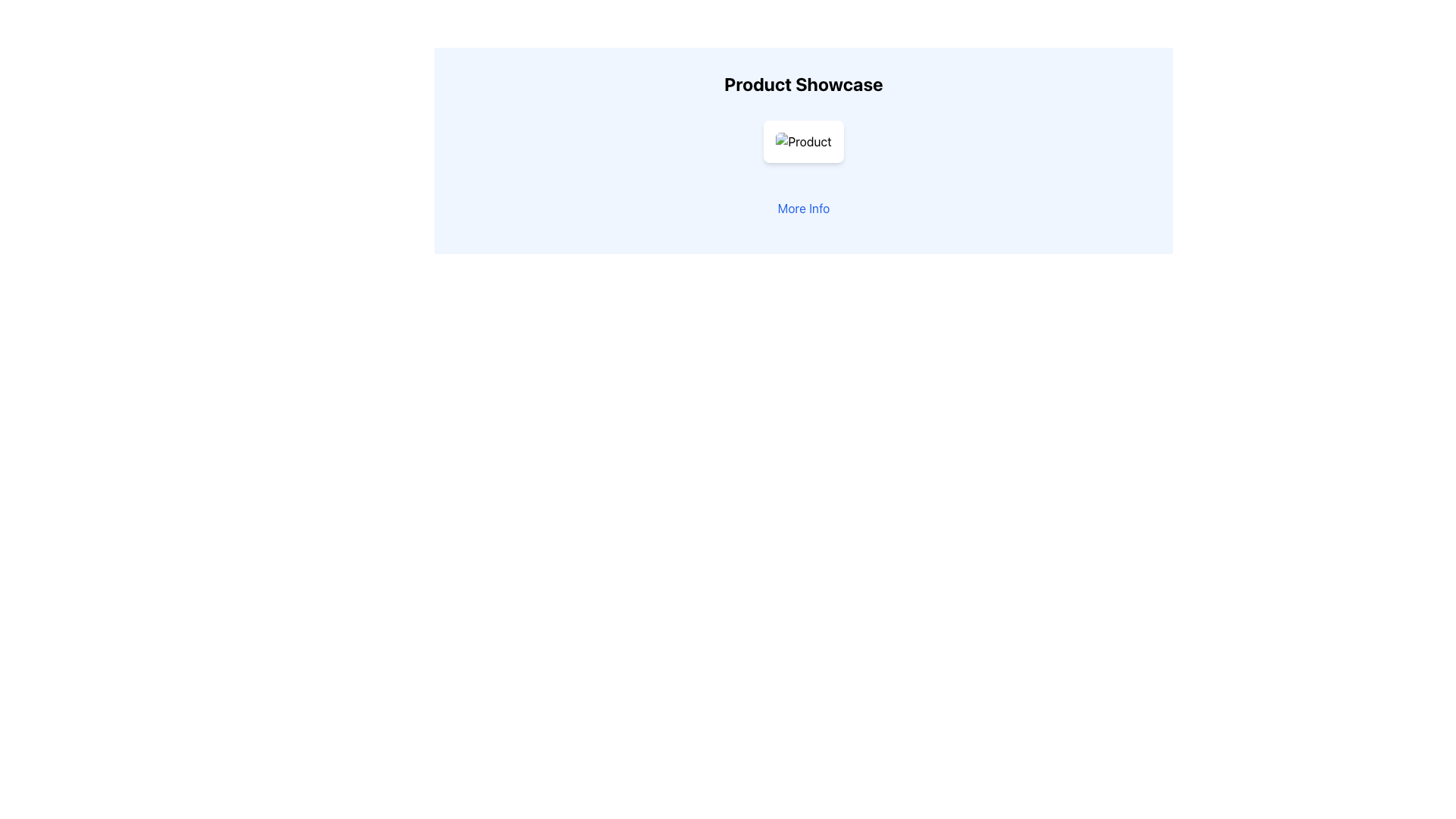 The width and height of the screenshot is (1456, 819). What do you see at coordinates (789, 137) in the screenshot?
I see `the 'favorite' SVG icon within the circular button located below the 'Product Showcase' title` at bounding box center [789, 137].